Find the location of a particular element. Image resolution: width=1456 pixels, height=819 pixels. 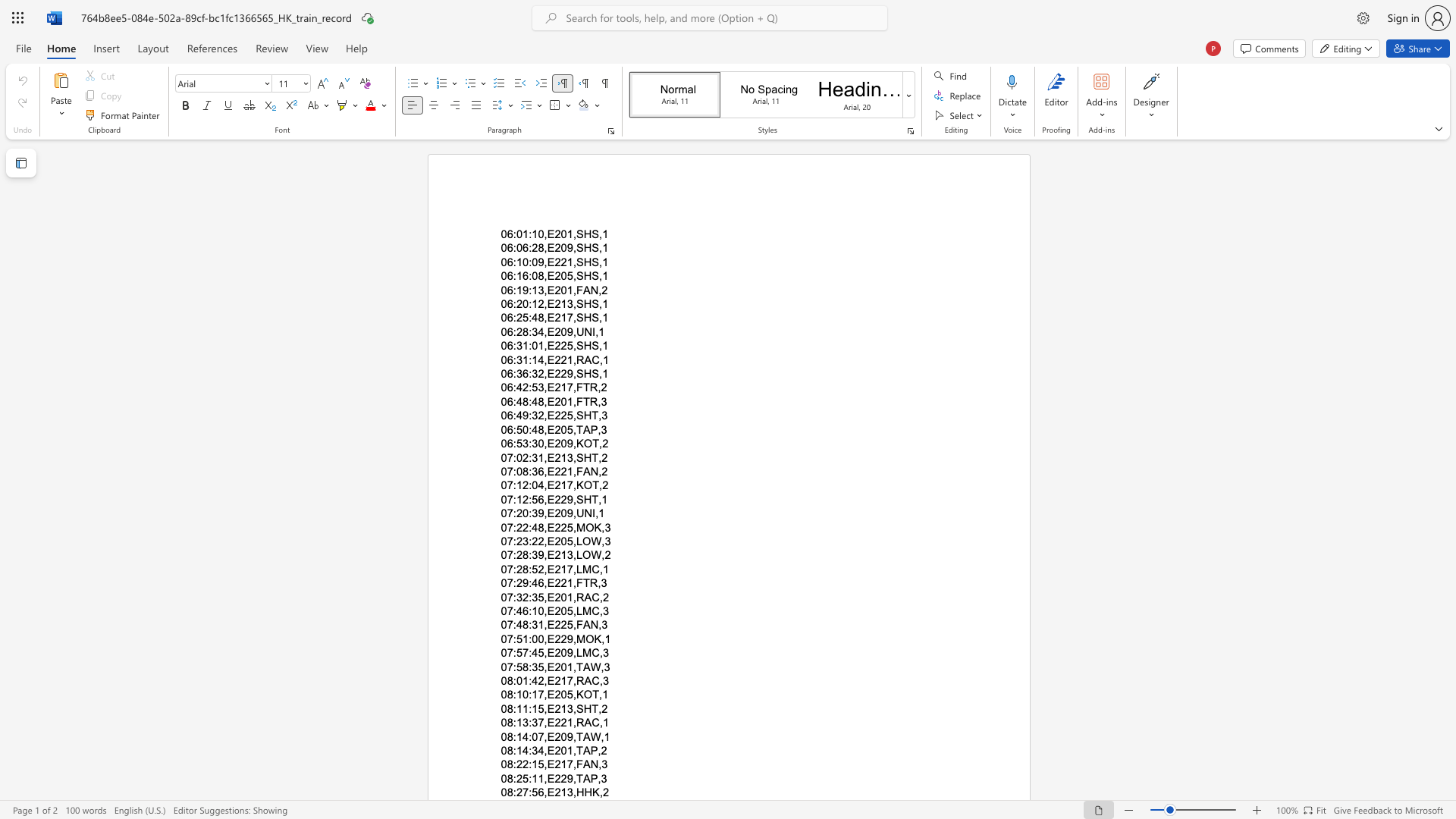

the subset text "TR," within the text "07:29:46,E221,FTR,3" is located at coordinates (582, 582).